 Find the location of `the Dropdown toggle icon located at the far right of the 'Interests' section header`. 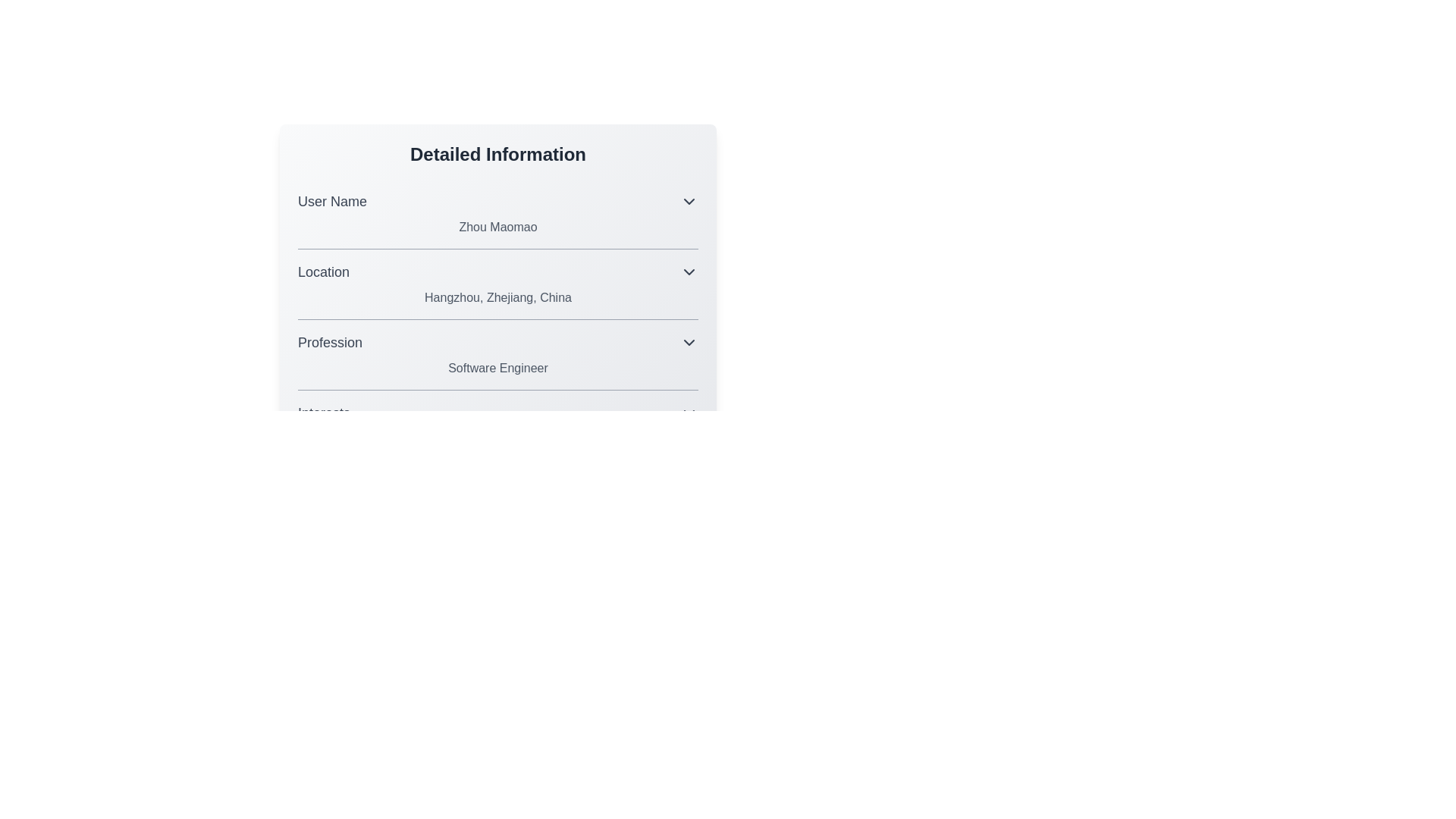

the Dropdown toggle icon located at the far right of the 'Interests' section header is located at coordinates (688, 413).